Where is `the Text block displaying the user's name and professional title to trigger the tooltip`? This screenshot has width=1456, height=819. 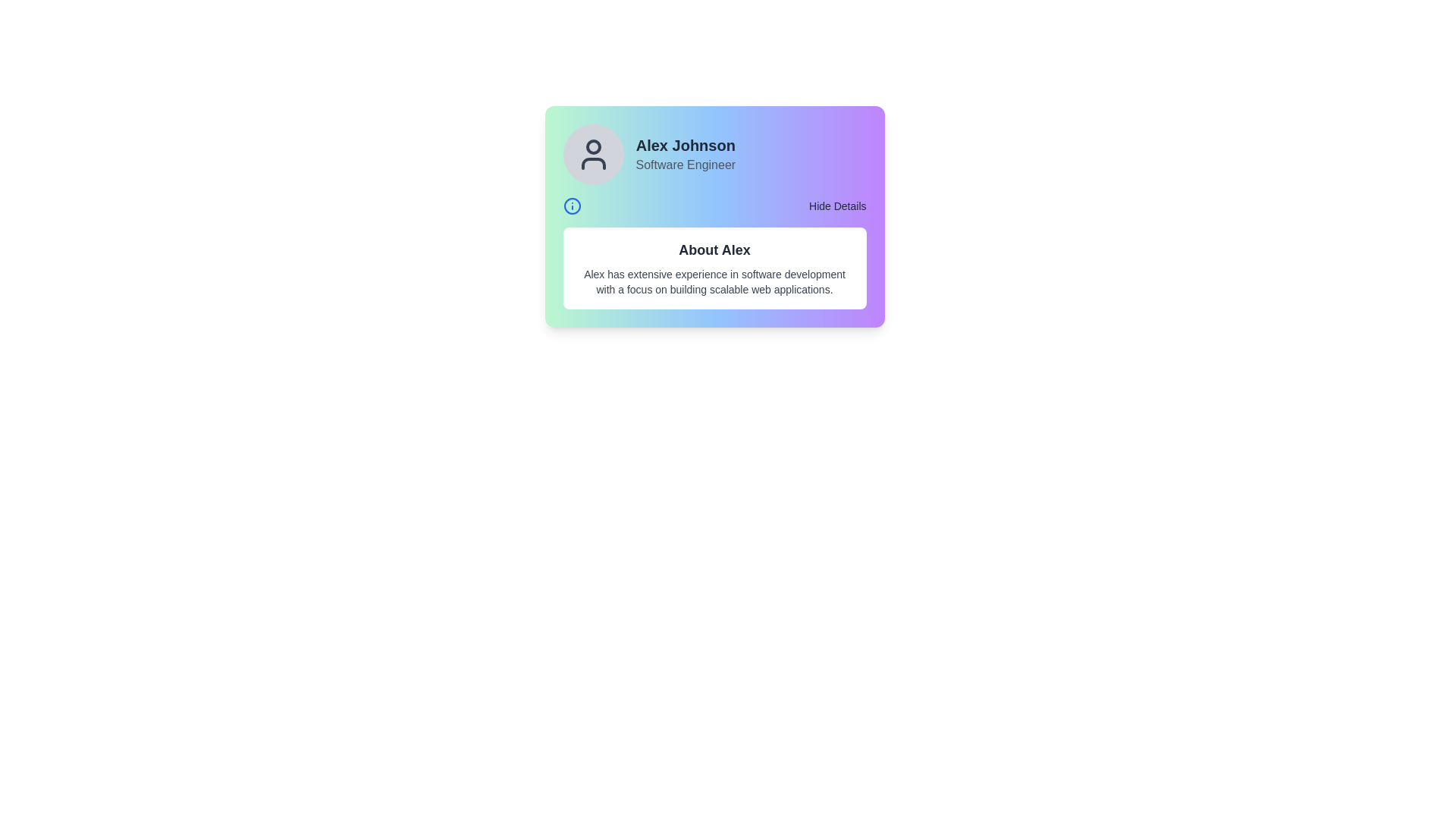
the Text block displaying the user's name and professional title to trigger the tooltip is located at coordinates (685, 155).